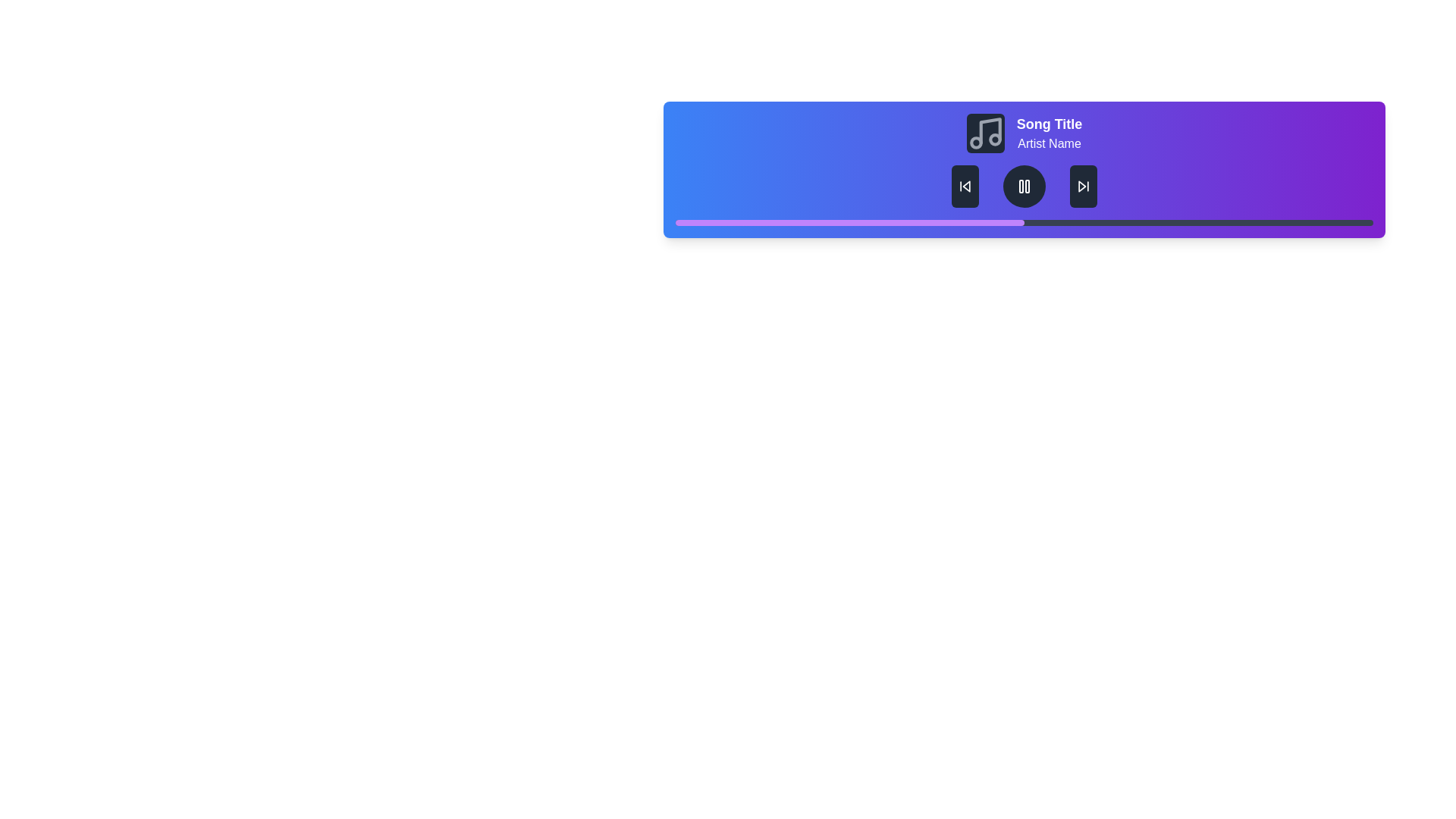 This screenshot has height=819, width=1456. What do you see at coordinates (964, 186) in the screenshot?
I see `the skip back button in the audio player interface` at bounding box center [964, 186].